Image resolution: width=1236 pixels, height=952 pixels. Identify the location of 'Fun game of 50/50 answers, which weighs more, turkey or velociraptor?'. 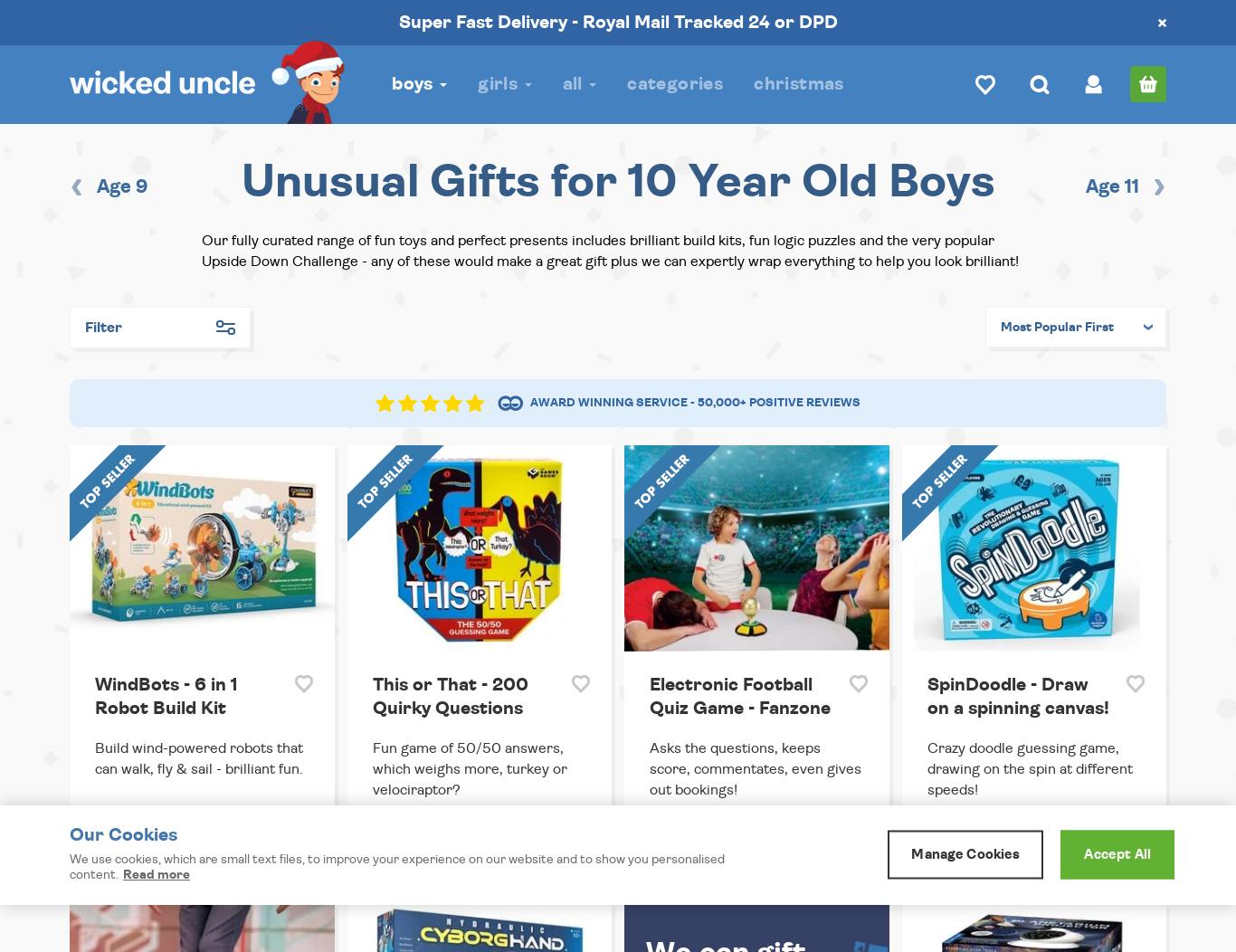
(469, 766).